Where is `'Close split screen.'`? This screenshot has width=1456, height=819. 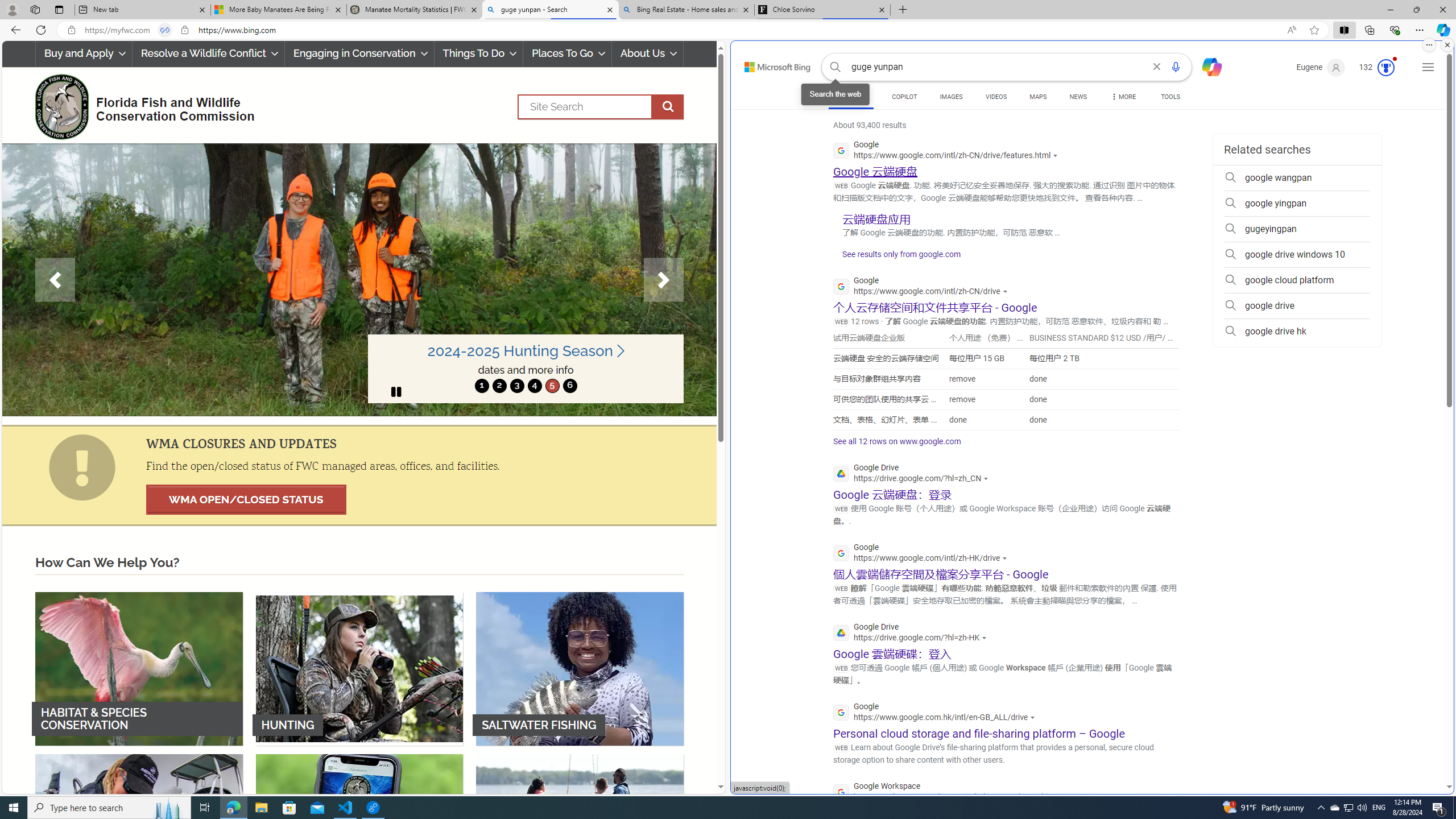
'Close split screen.' is located at coordinates (1446, 44).